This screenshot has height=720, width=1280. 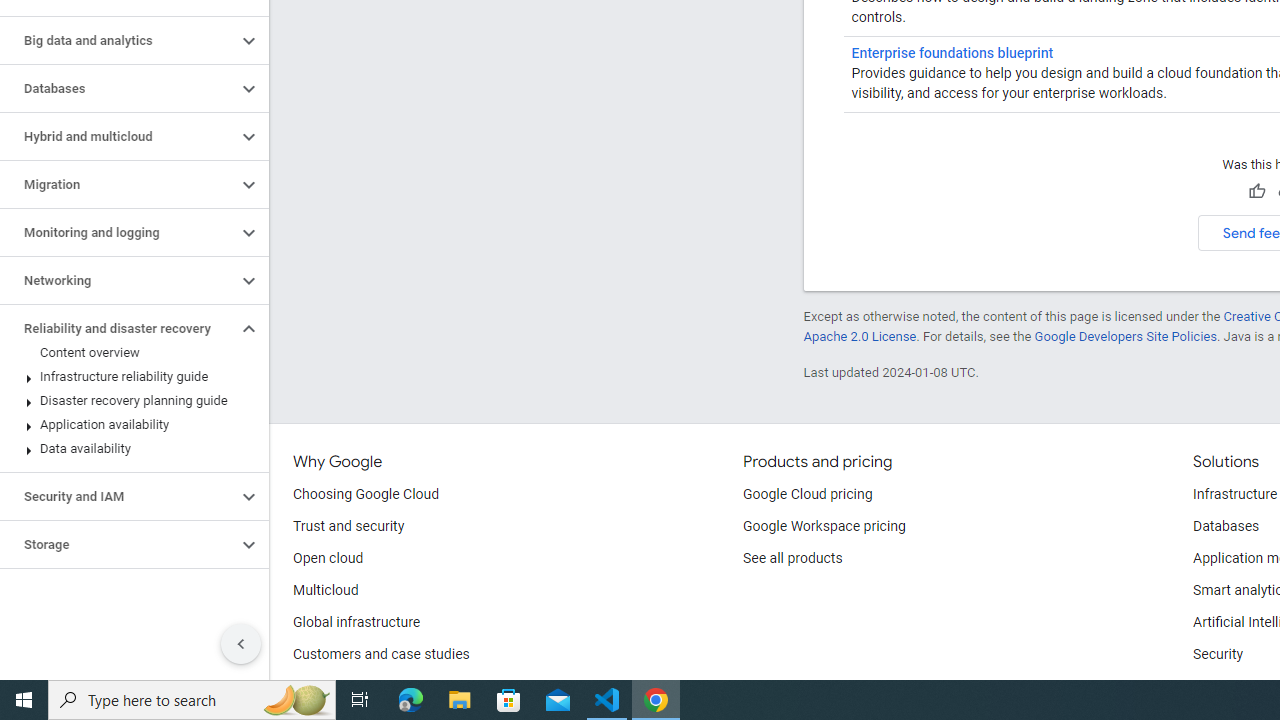 What do you see at coordinates (129, 376) in the screenshot?
I see `'Infrastructure reliability guide'` at bounding box center [129, 376].